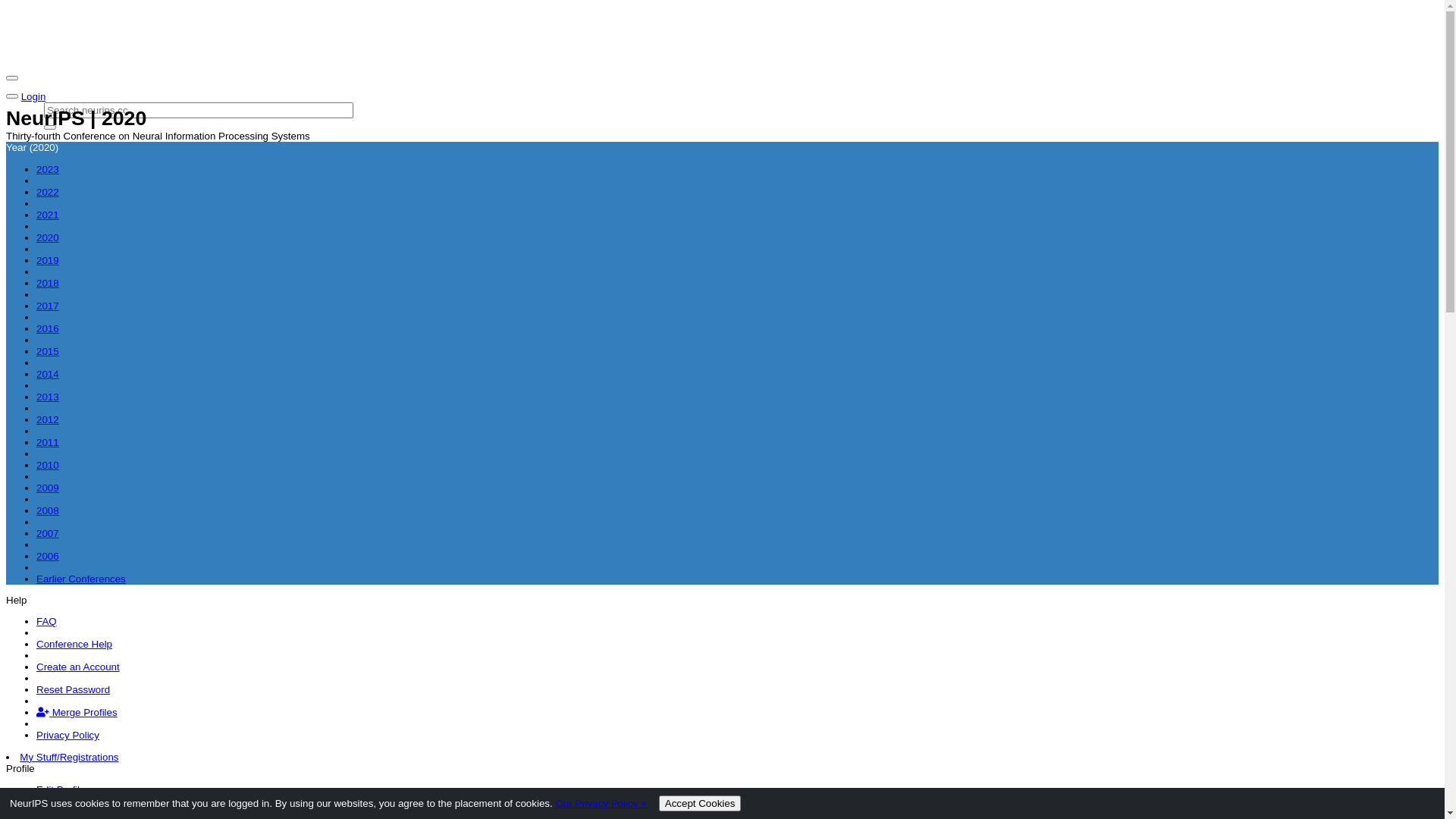 The image size is (1456, 819). What do you see at coordinates (80, 579) in the screenshot?
I see `'Earlier Conferences'` at bounding box center [80, 579].